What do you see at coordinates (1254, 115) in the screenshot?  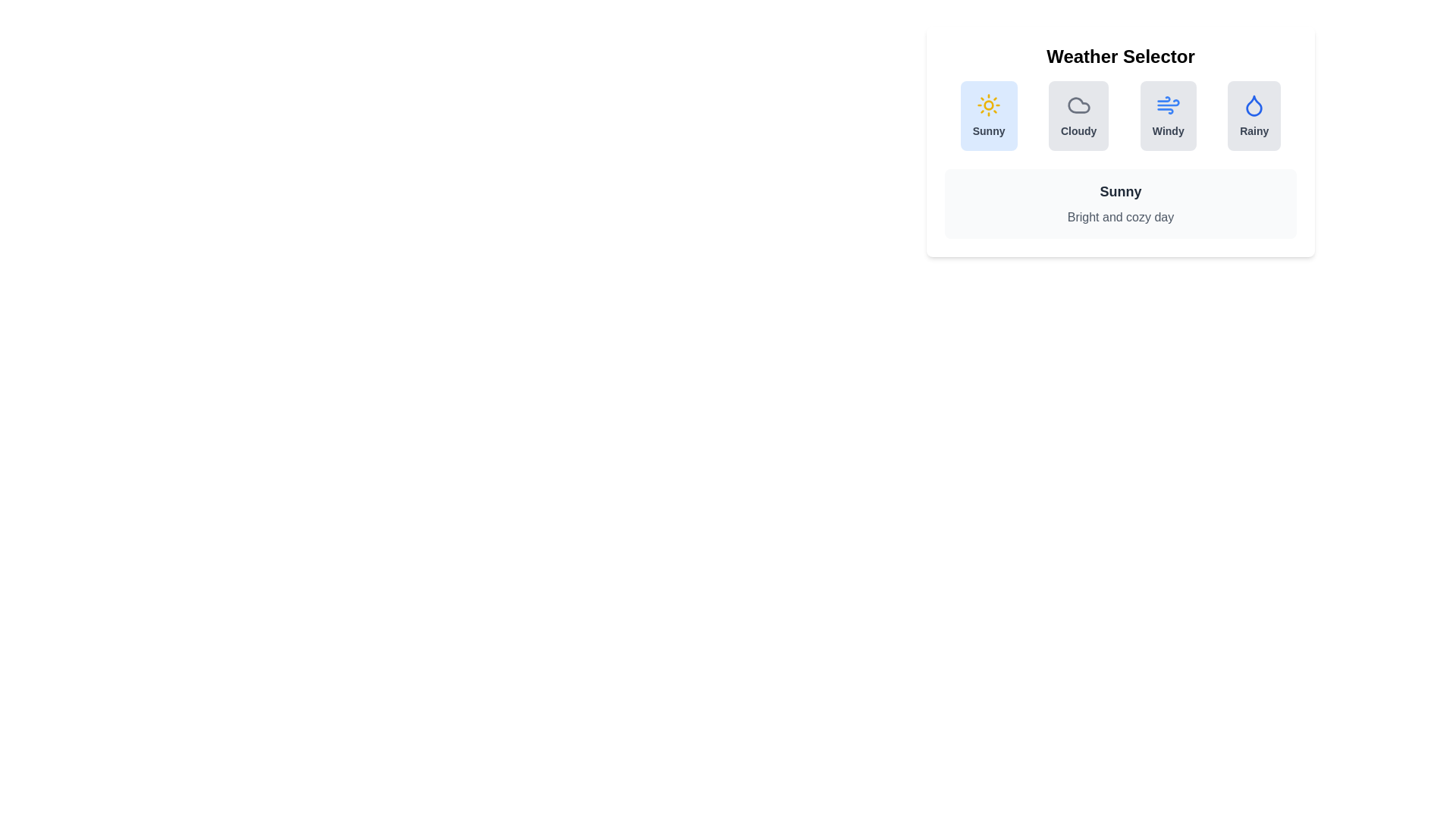 I see `the 'Rainy' button, which is a rectangular button with a rounded border, a light gray background, a blue water droplet icon at the top, and the label 'Rainy' in bold, dark gray text centered below the icon` at bounding box center [1254, 115].